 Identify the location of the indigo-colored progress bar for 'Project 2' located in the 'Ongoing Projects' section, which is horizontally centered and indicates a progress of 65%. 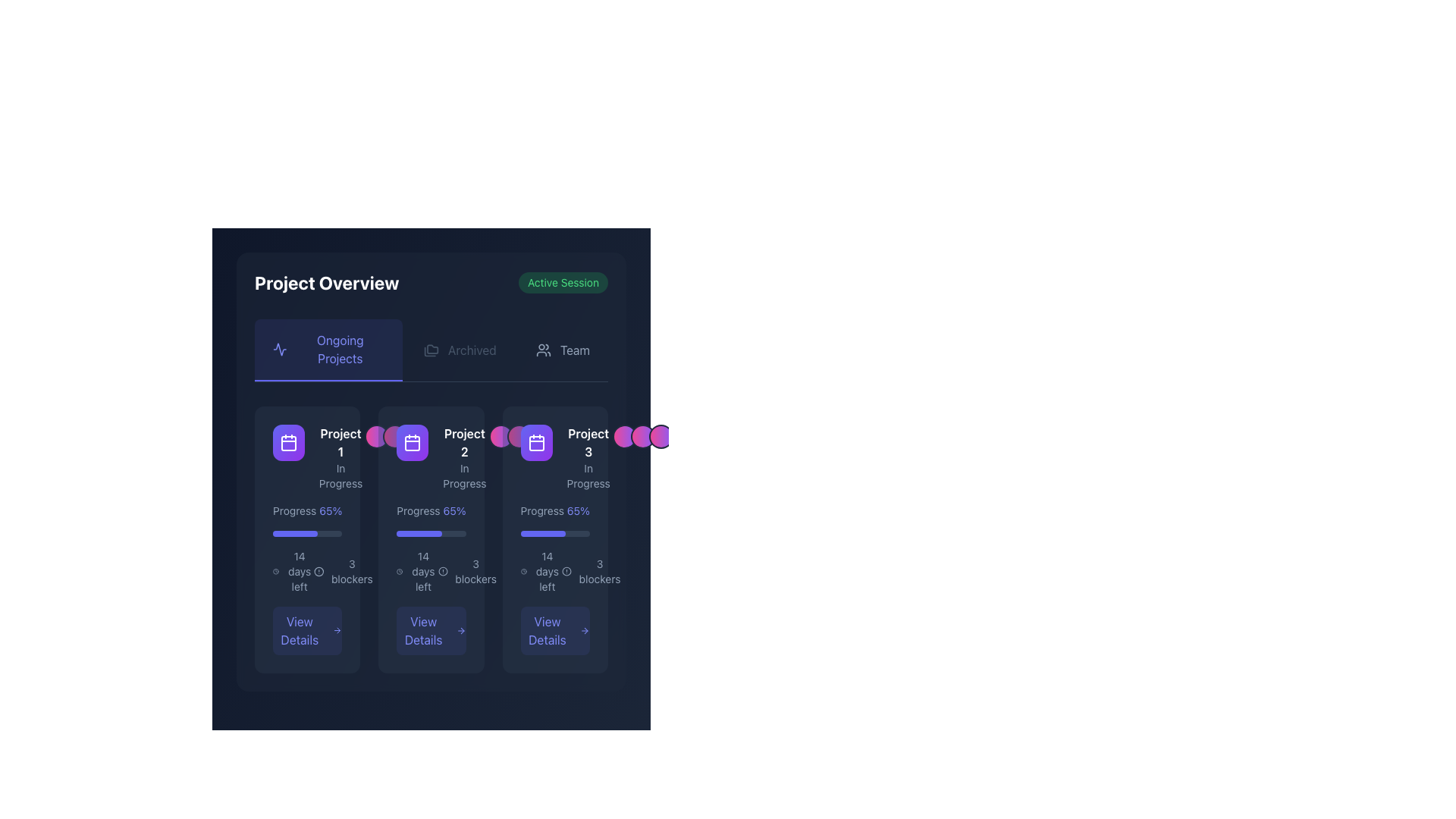
(295, 533).